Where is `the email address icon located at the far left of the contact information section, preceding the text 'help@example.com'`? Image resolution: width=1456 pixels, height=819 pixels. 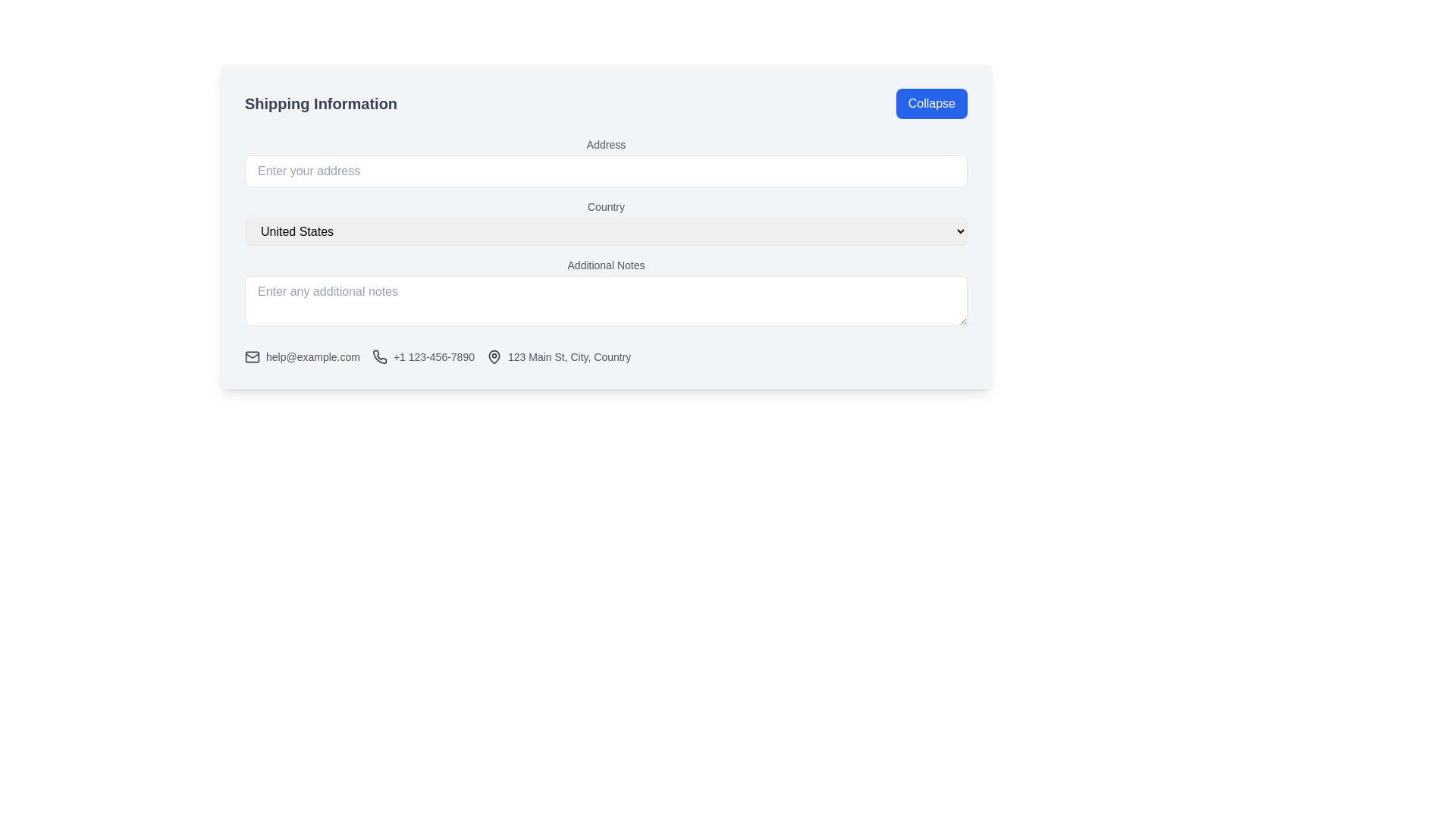 the email address icon located at the far left of the contact information section, preceding the text 'help@example.com' is located at coordinates (252, 356).